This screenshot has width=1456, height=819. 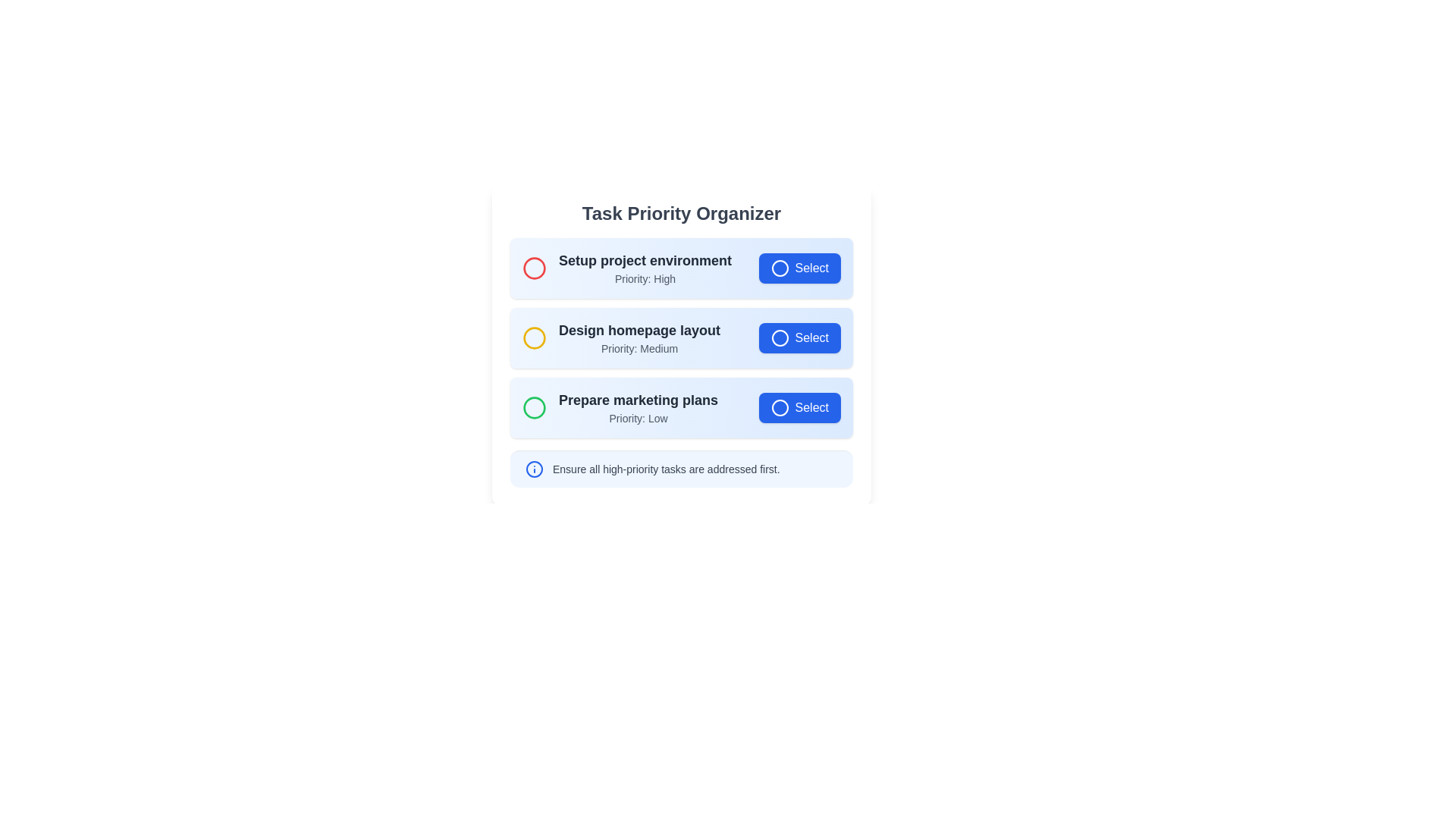 What do you see at coordinates (639, 348) in the screenshot?
I see `the text label that indicates the priority level of the associated task, located underneath the 'Design homepage layout' element in the task list` at bounding box center [639, 348].